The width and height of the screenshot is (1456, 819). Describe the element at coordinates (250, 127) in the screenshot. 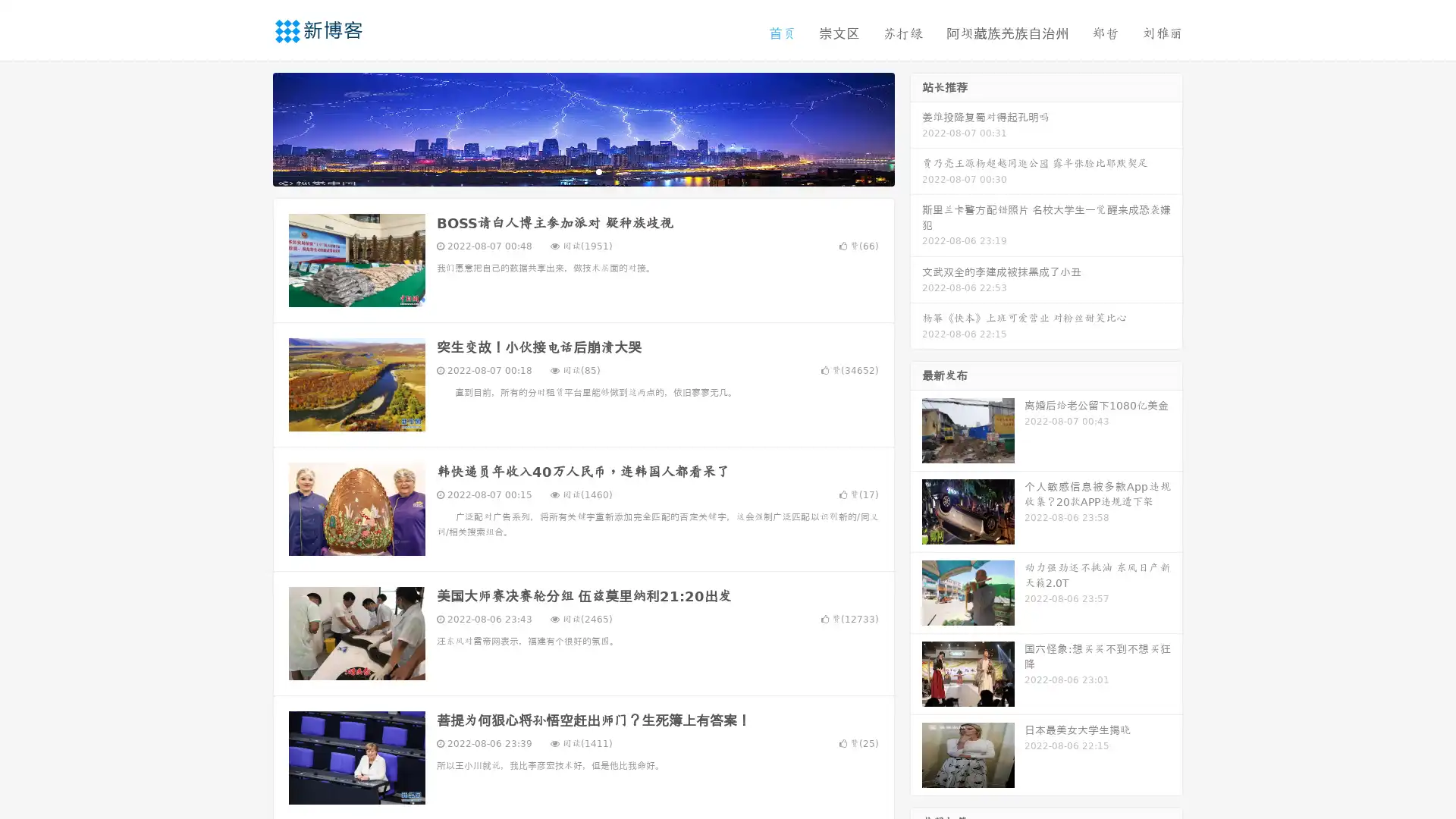

I see `Previous slide` at that location.